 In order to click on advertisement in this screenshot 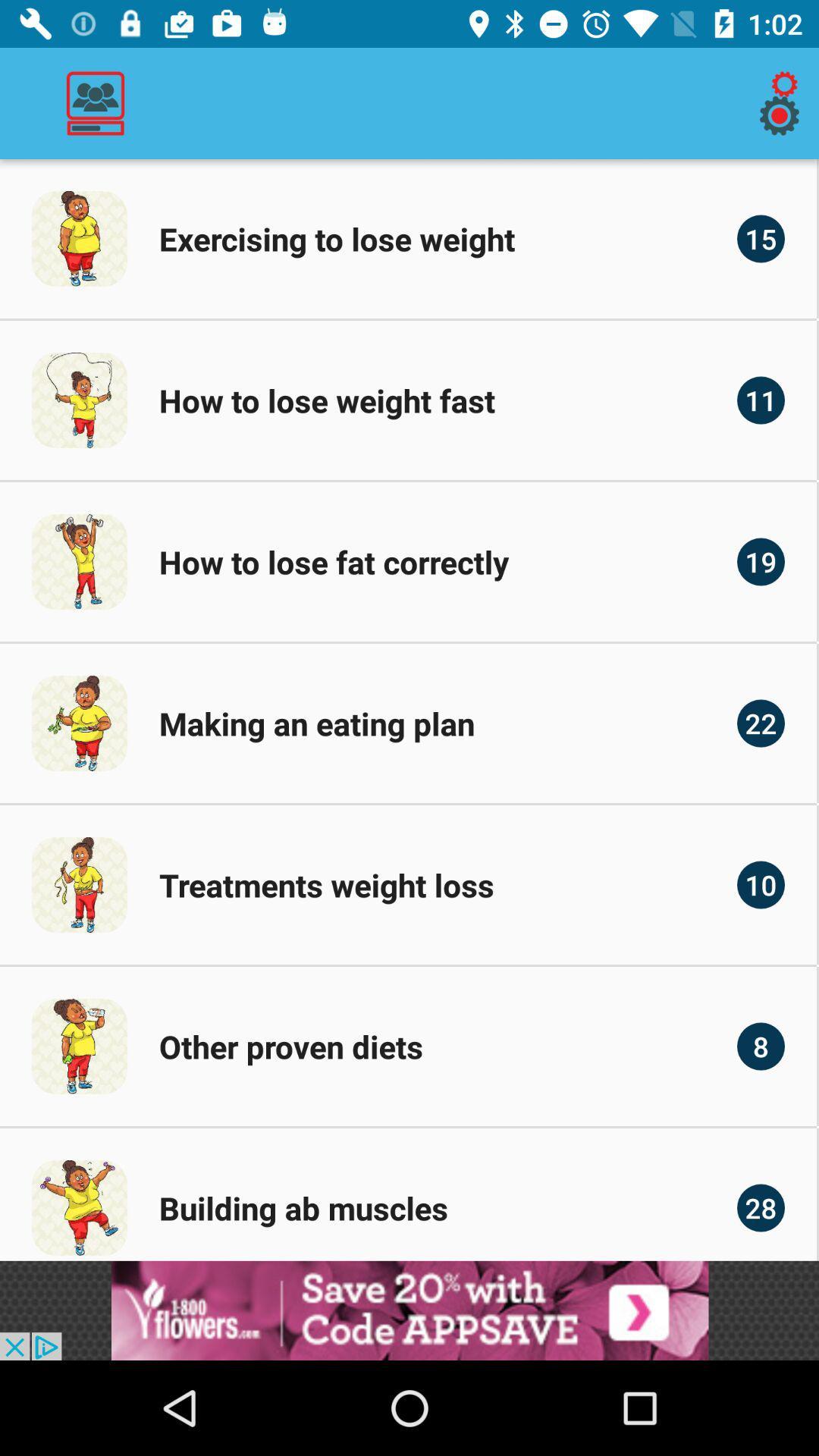, I will do `click(409, 1310)`.